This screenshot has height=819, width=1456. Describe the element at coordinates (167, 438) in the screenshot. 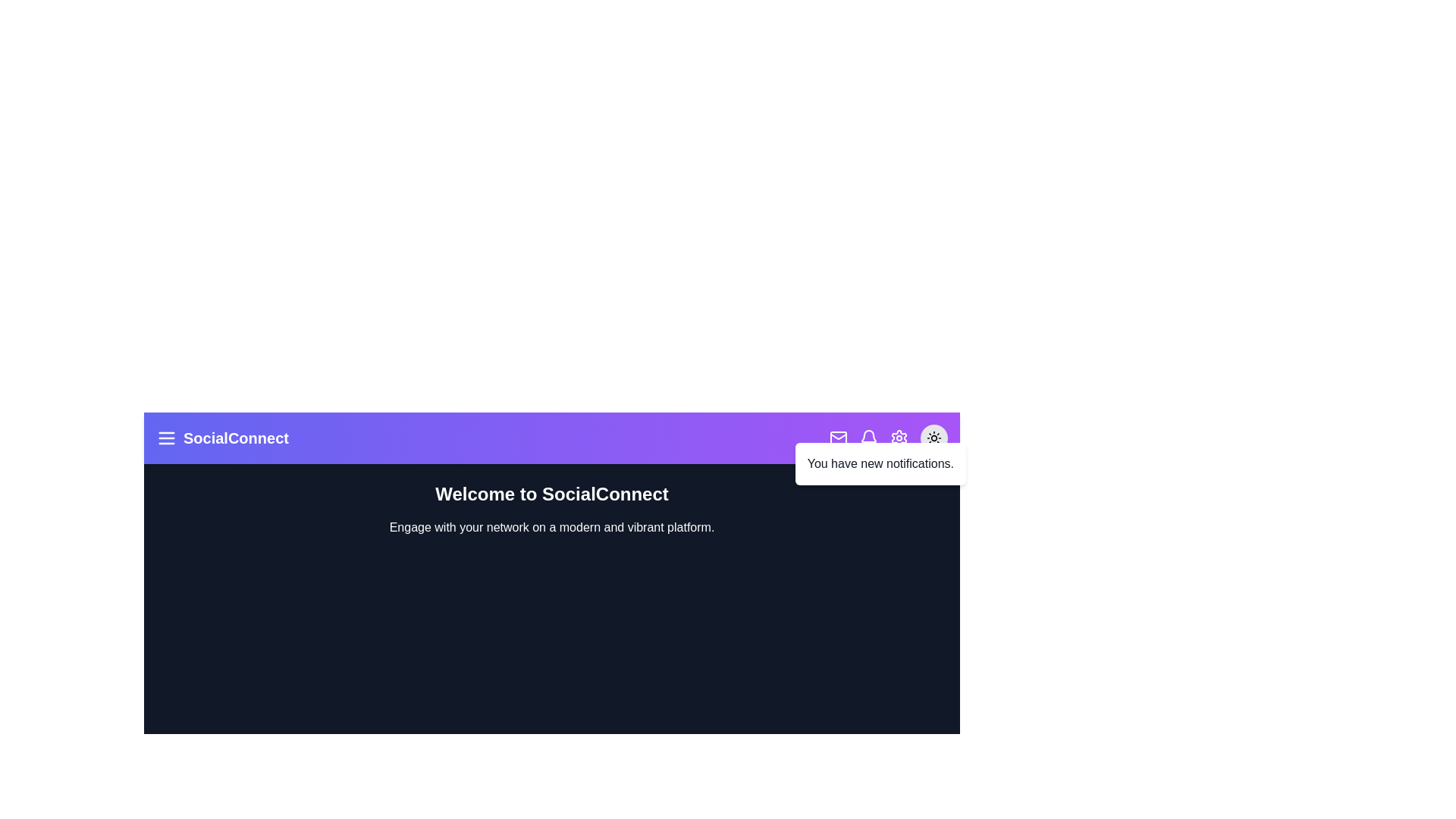

I see `the menu button to open more options` at that location.